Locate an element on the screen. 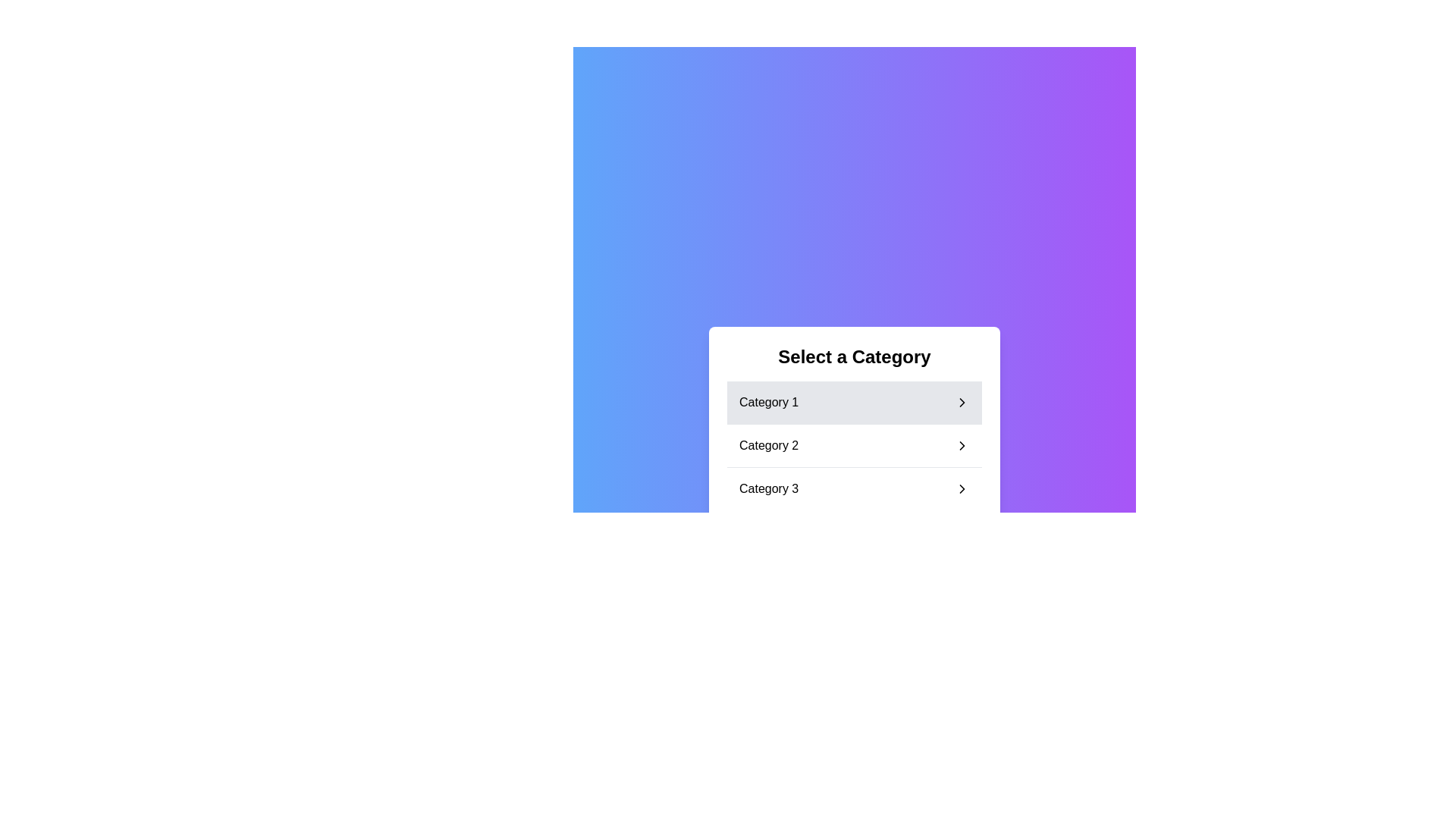 The image size is (1456, 819). the 'Category 2' text label is located at coordinates (769, 444).